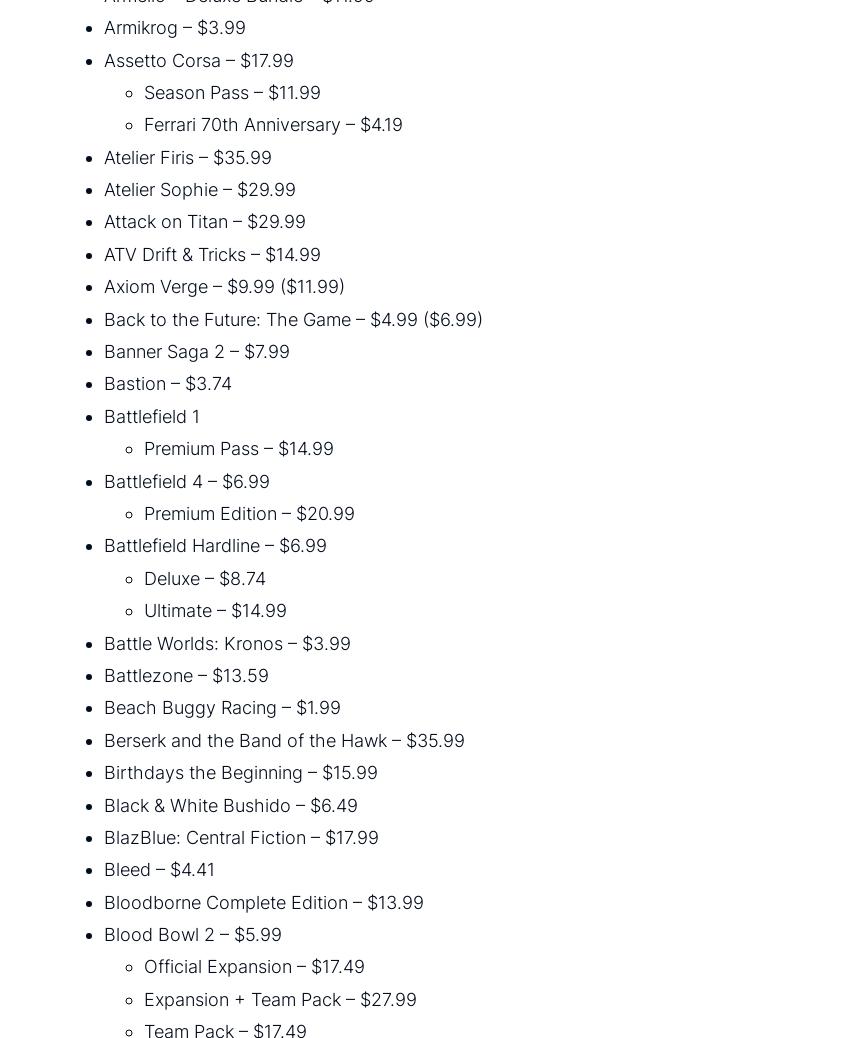  I want to click on 'Marvel’s Spider-Man 2 Sales Make it Fastest-Selling PlayStation Studios Game', so click(167, 763).